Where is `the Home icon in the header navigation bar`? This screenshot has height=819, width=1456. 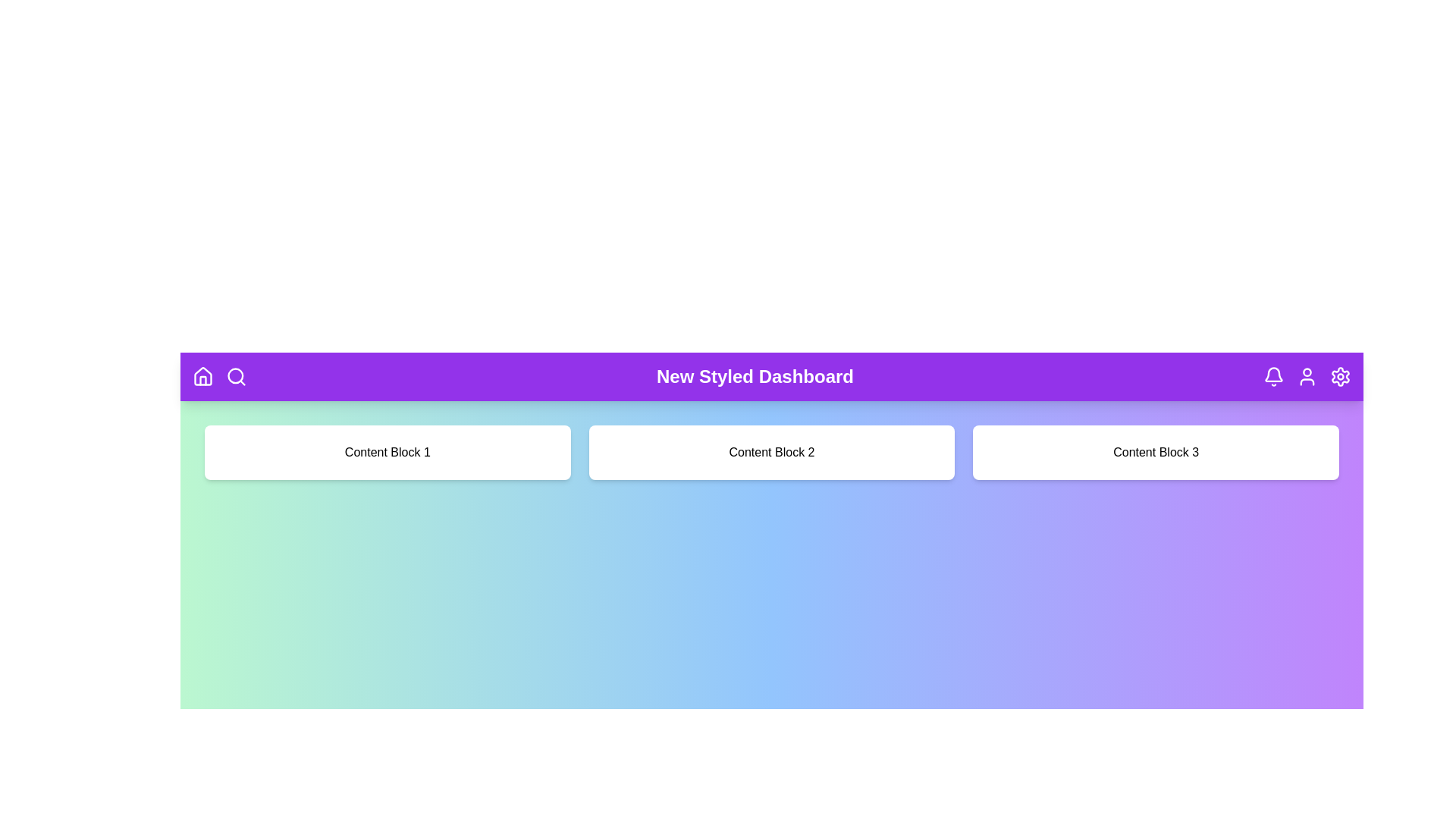
the Home icon in the header navigation bar is located at coordinates (202, 376).